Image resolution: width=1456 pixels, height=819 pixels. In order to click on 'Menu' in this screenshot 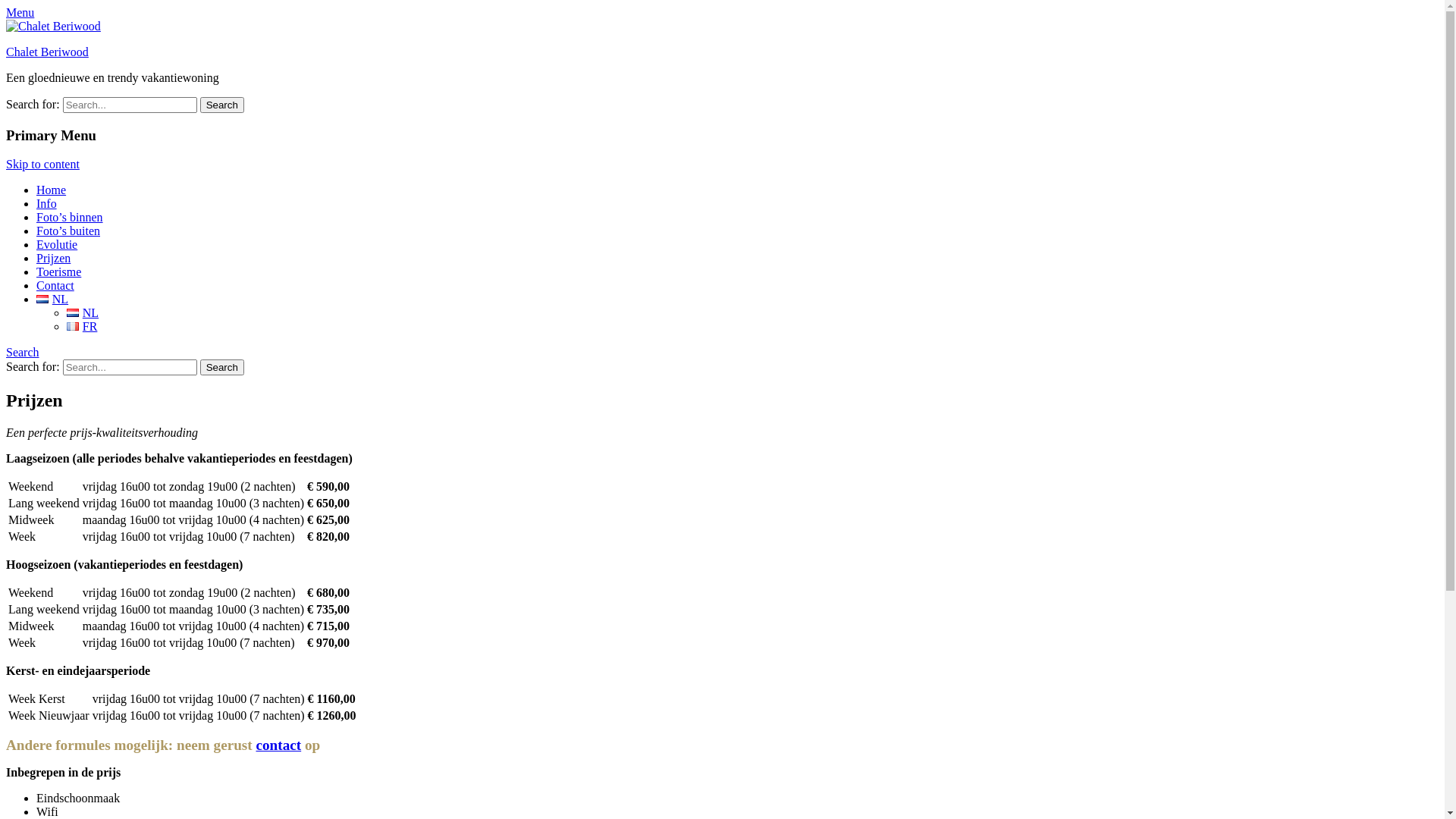, I will do `click(6, 12)`.